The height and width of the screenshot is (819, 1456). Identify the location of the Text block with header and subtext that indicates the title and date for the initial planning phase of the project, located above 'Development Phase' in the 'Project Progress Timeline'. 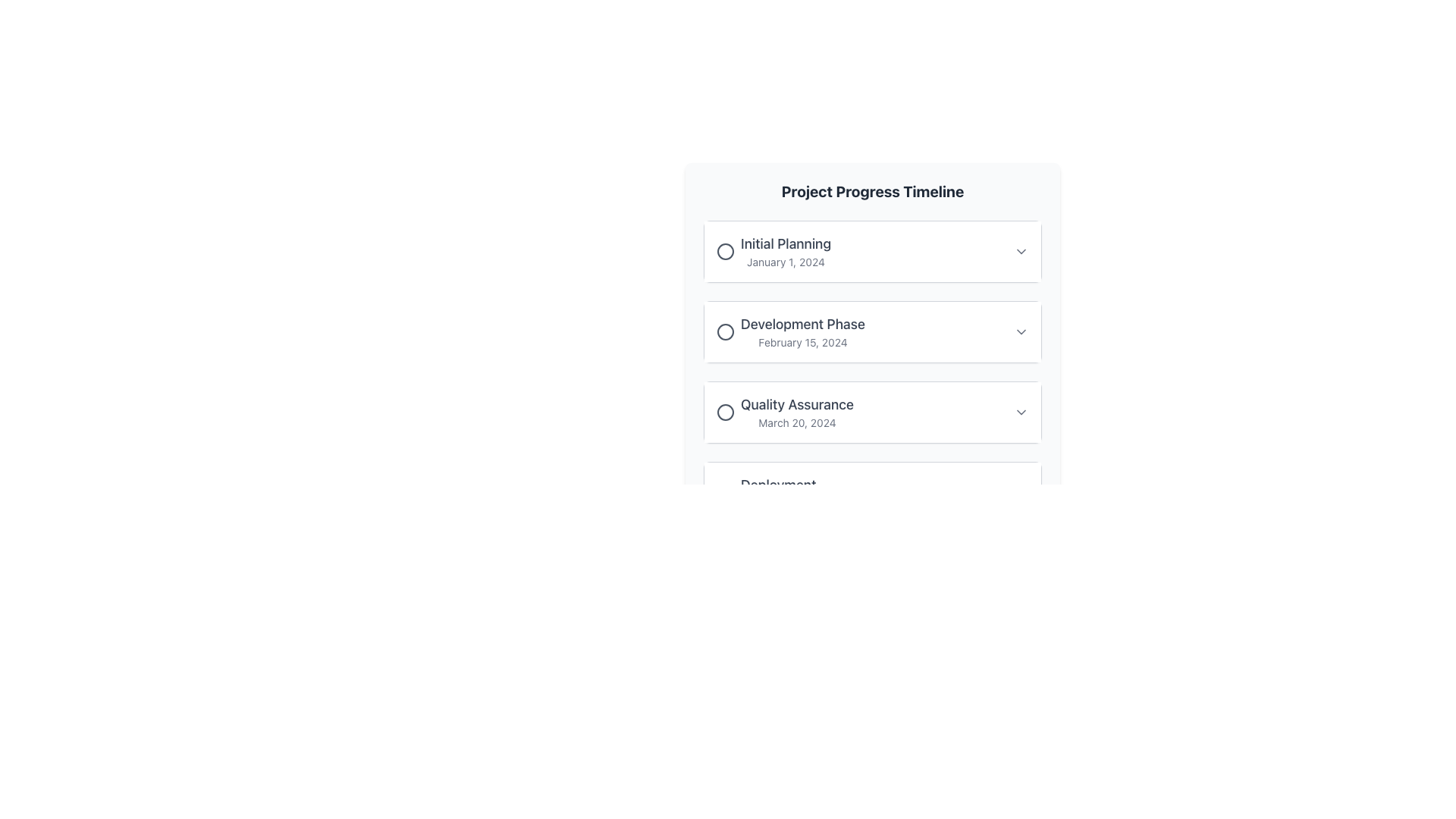
(786, 250).